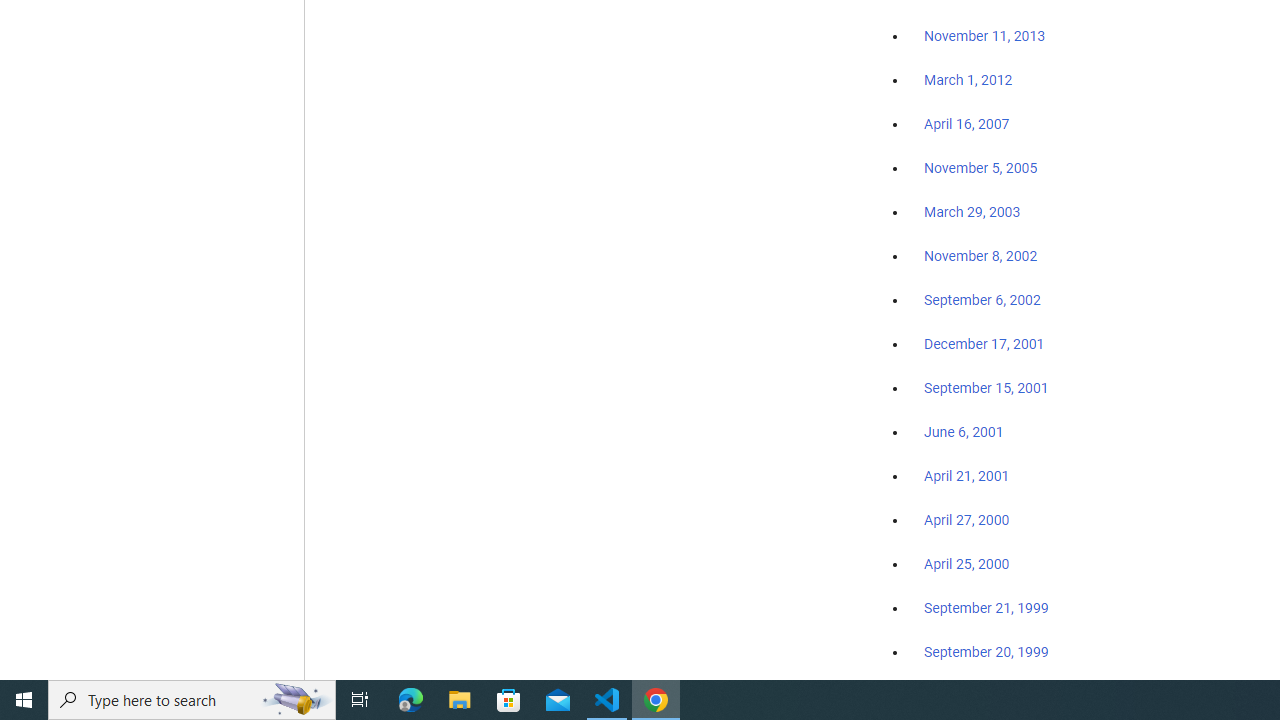  What do you see at coordinates (967, 124) in the screenshot?
I see `'April 16, 2007'` at bounding box center [967, 124].